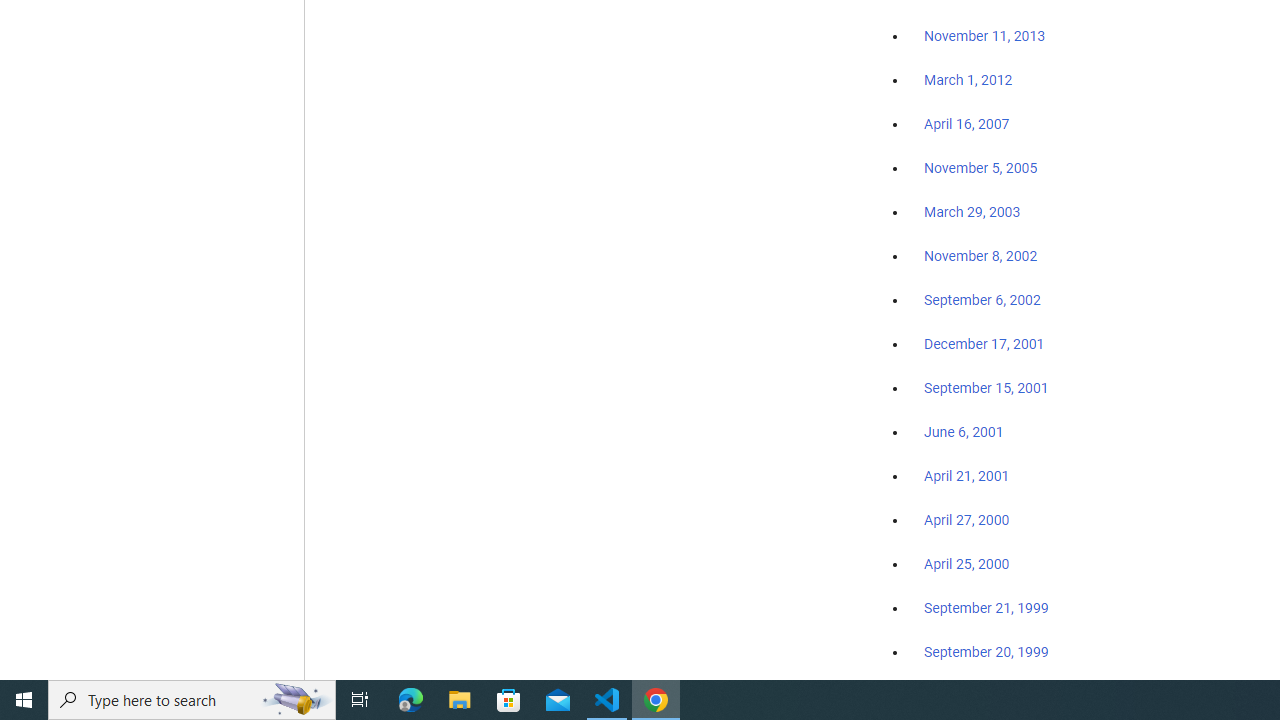  What do you see at coordinates (967, 124) in the screenshot?
I see `'April 16, 2007'` at bounding box center [967, 124].